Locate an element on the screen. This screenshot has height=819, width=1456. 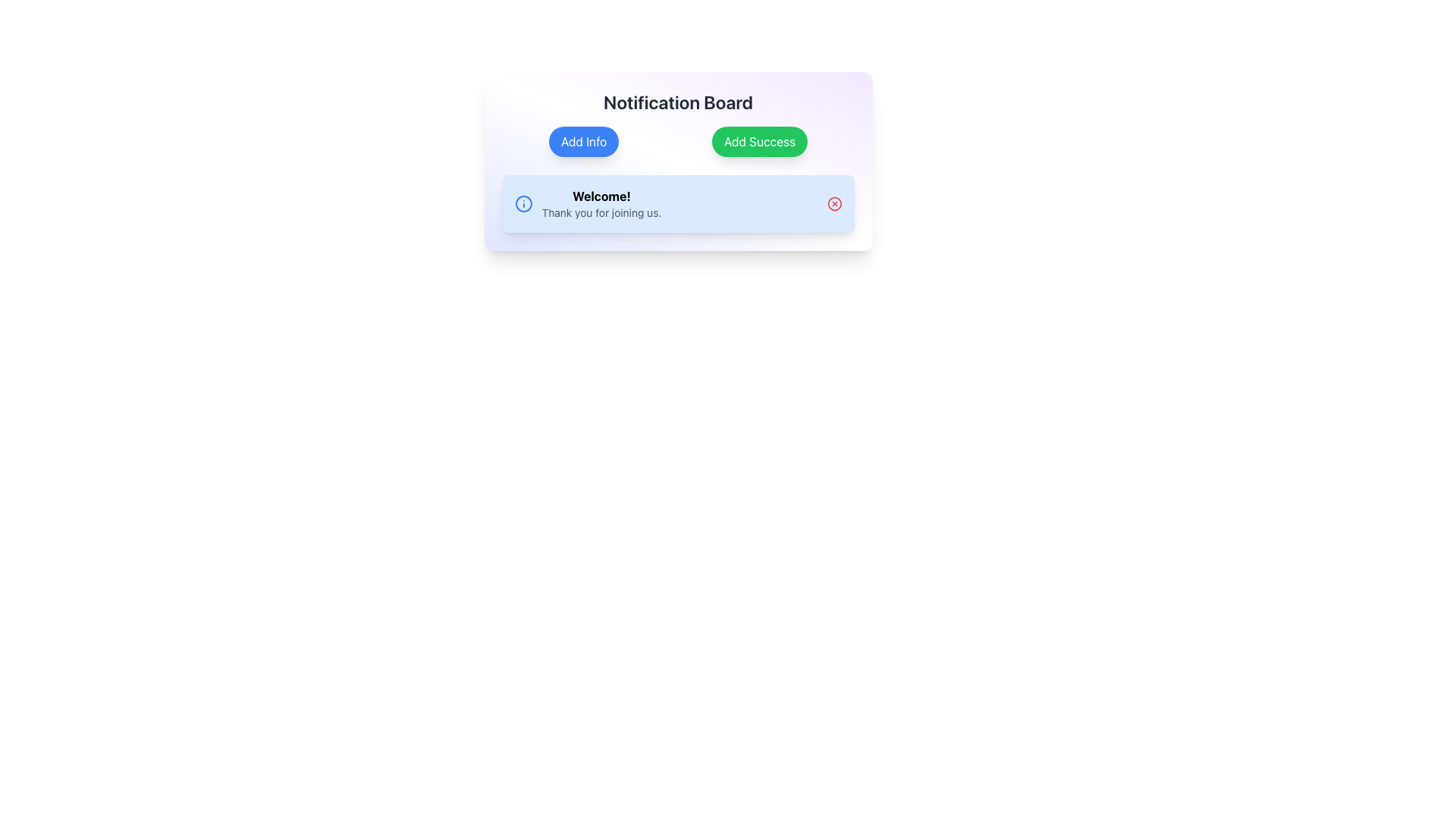
the Informational Icon, which is a blue outlined circle with a vertical line representing information, located to the left of the text 'Welcome! Thank you for joining us.' is located at coordinates (523, 203).